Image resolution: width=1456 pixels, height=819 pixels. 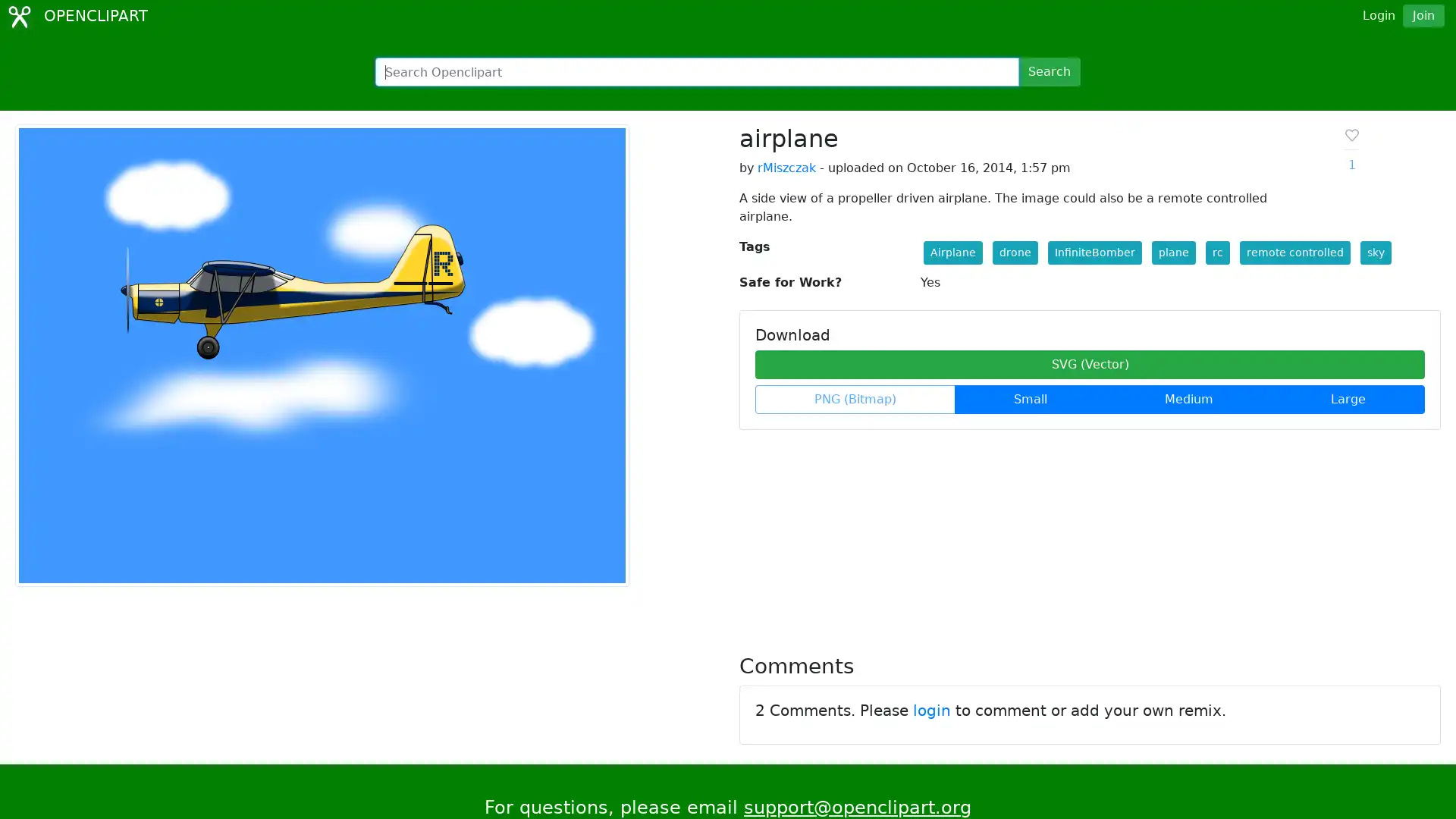 I want to click on Medium, so click(x=1188, y=399).